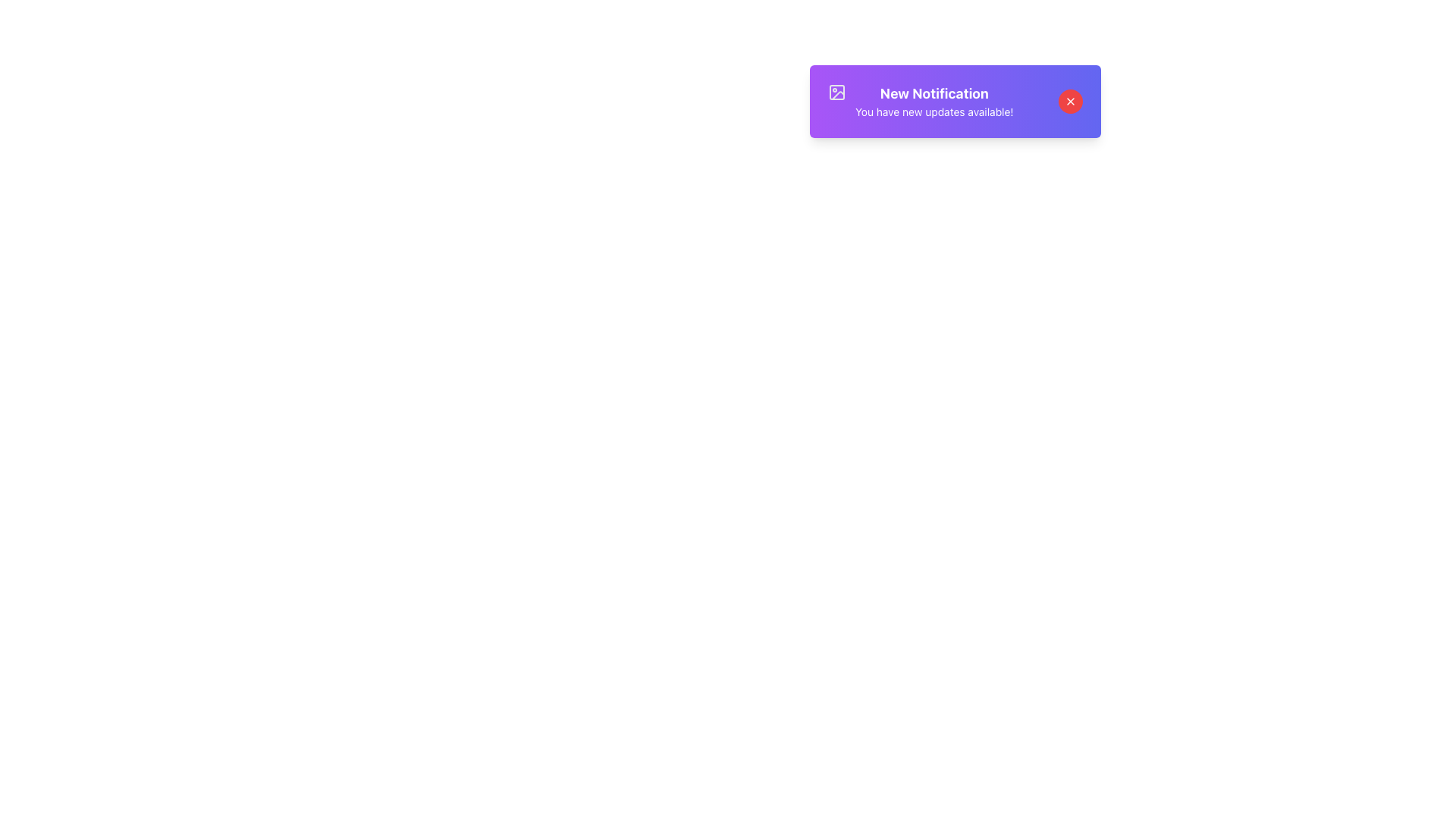 This screenshot has height=819, width=1456. What do you see at coordinates (836, 93) in the screenshot?
I see `the icon located on the leftmost side of the notification component that represents an image or graphical content, adjacent to the text 'New Notification'` at bounding box center [836, 93].